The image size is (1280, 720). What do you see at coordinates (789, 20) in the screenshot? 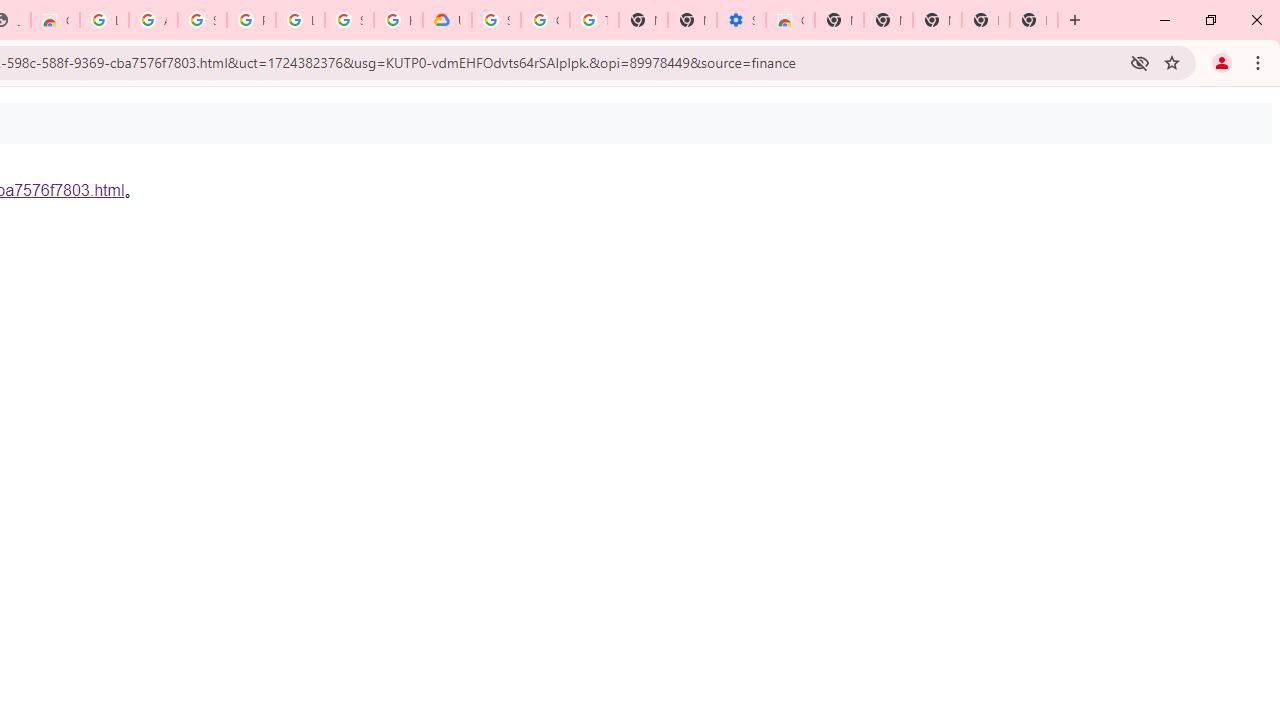
I see `'Chrome Web Store - Accessibility extensions'` at bounding box center [789, 20].